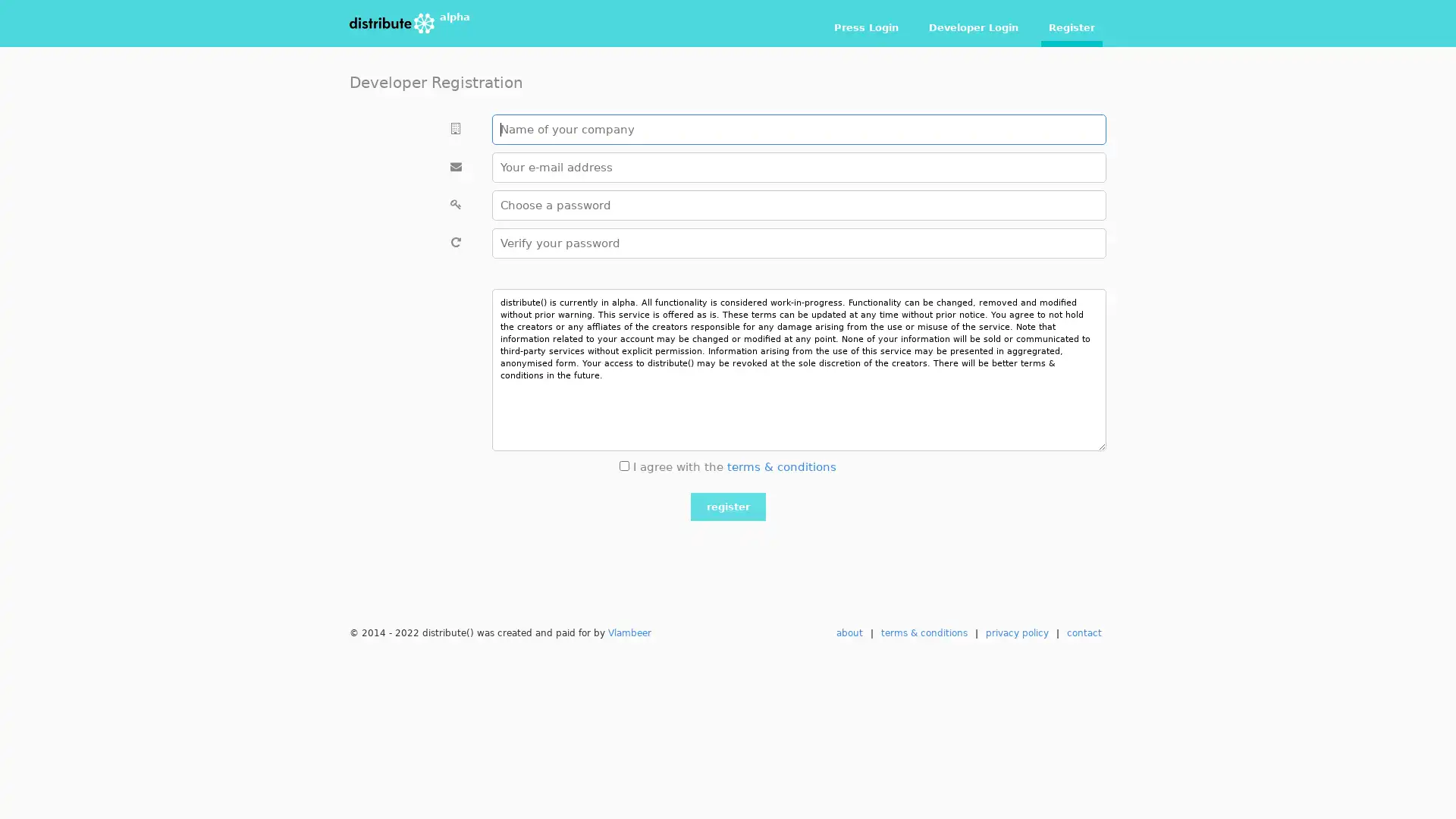  Describe the element at coordinates (726, 507) in the screenshot. I see `register` at that location.